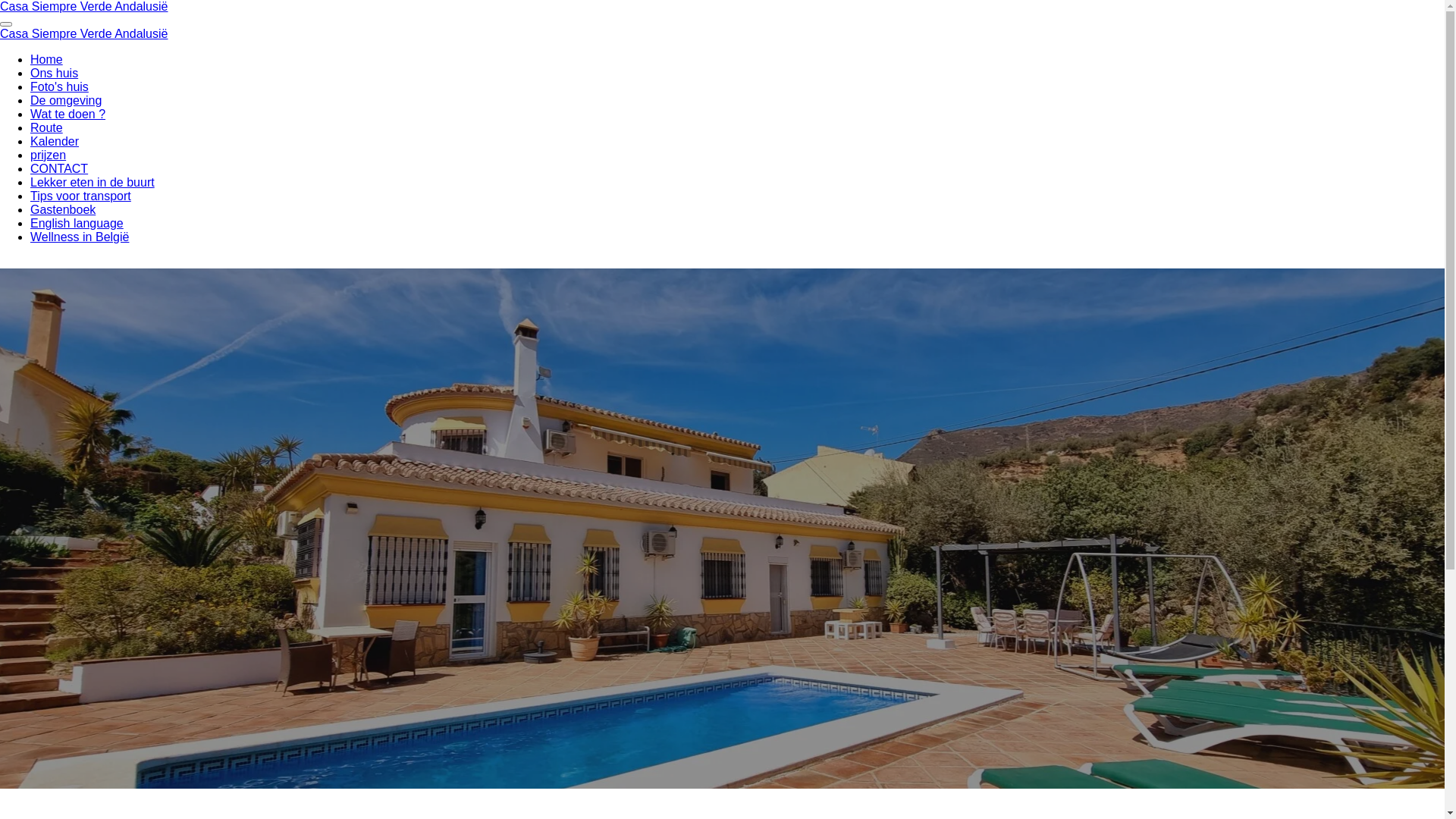 The width and height of the screenshot is (1456, 819). Describe the element at coordinates (58, 168) in the screenshot. I see `'CONTACT'` at that location.